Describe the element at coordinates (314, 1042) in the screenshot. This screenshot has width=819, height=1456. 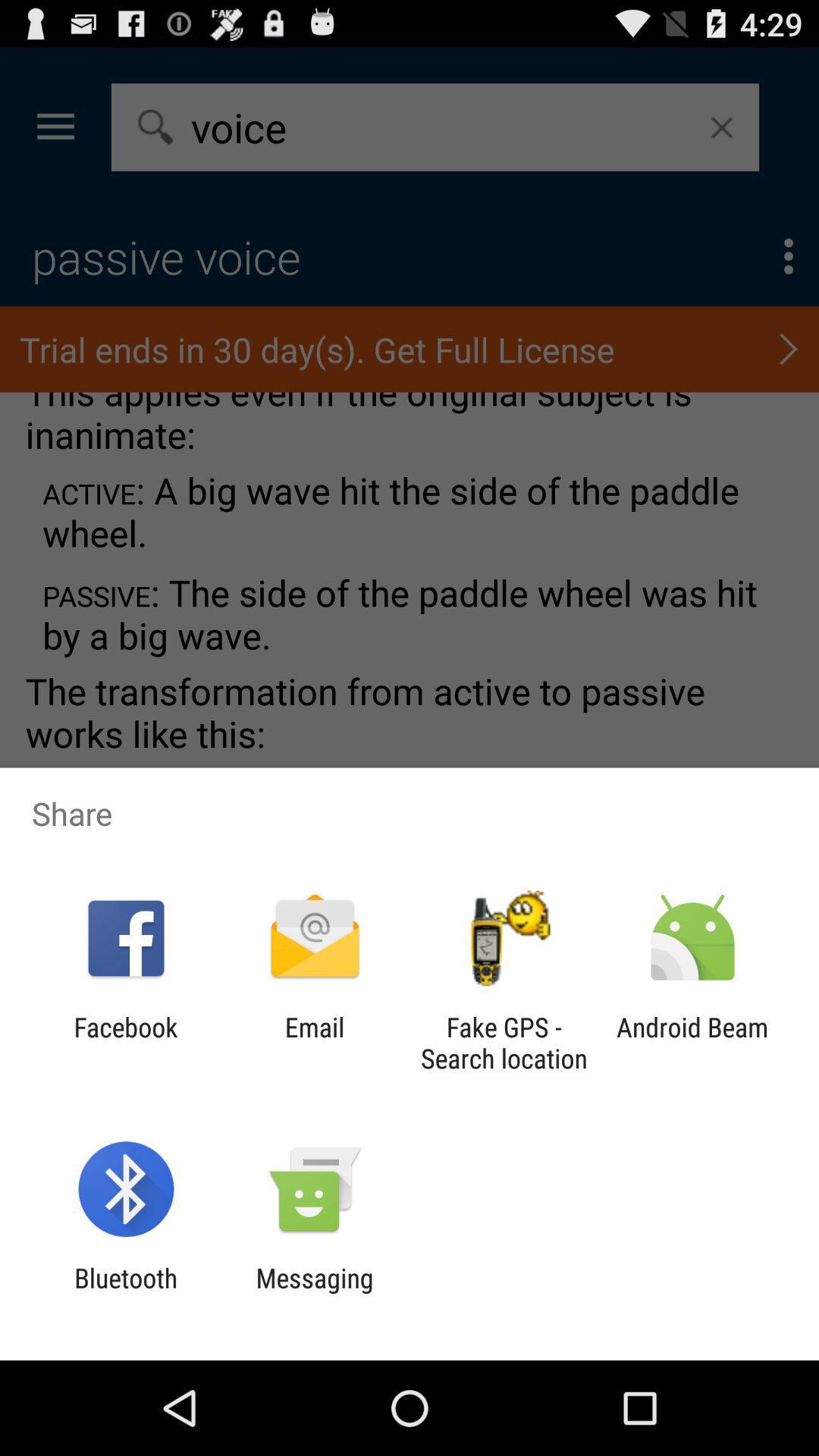
I see `the item next to facebook app` at that location.